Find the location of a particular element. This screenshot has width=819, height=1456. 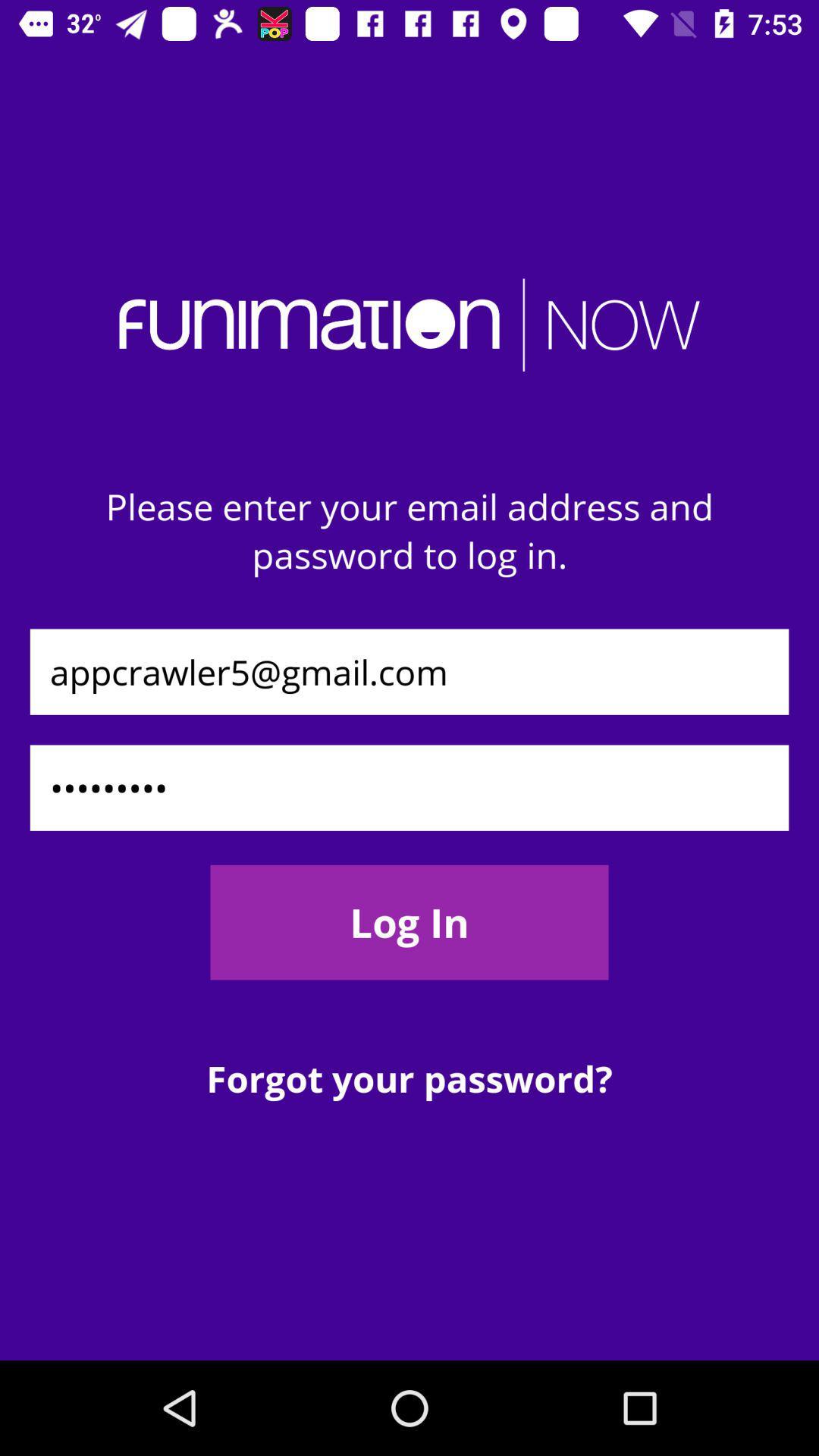

the crowd3116 icon is located at coordinates (409, 788).